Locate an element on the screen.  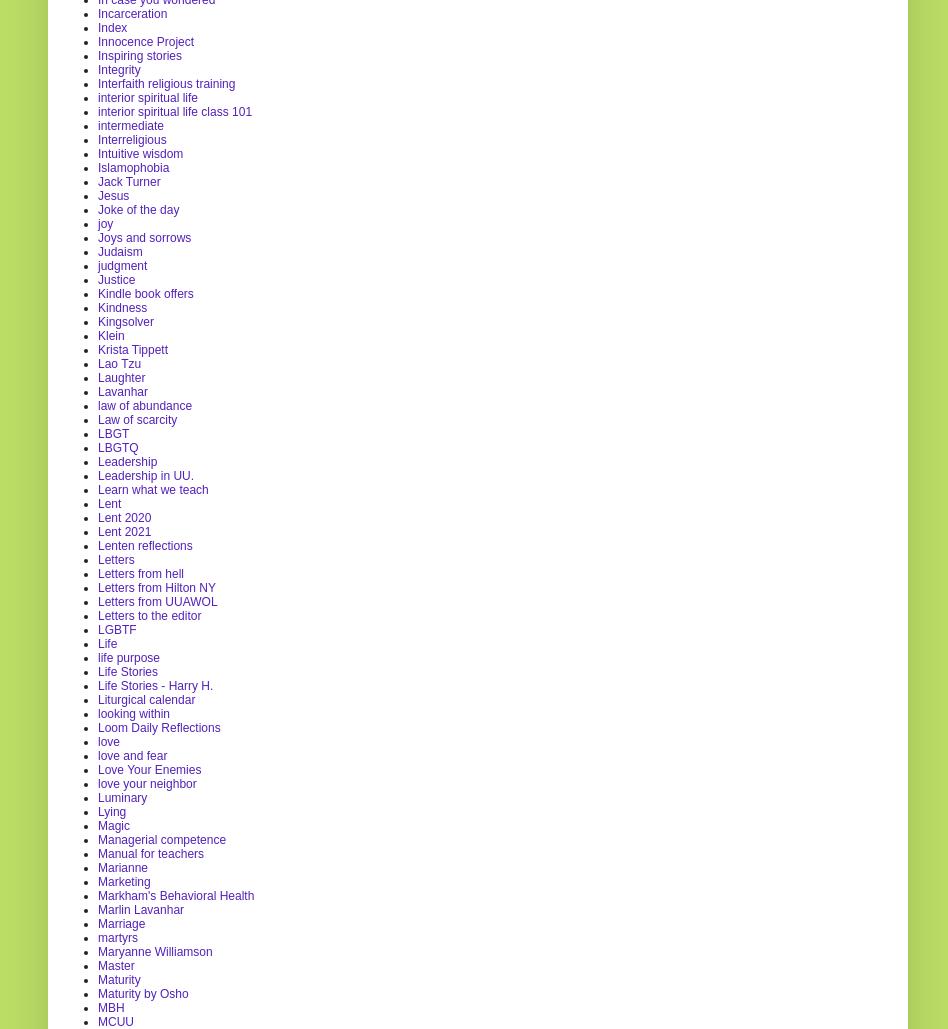
'Justice' is located at coordinates (116, 277).